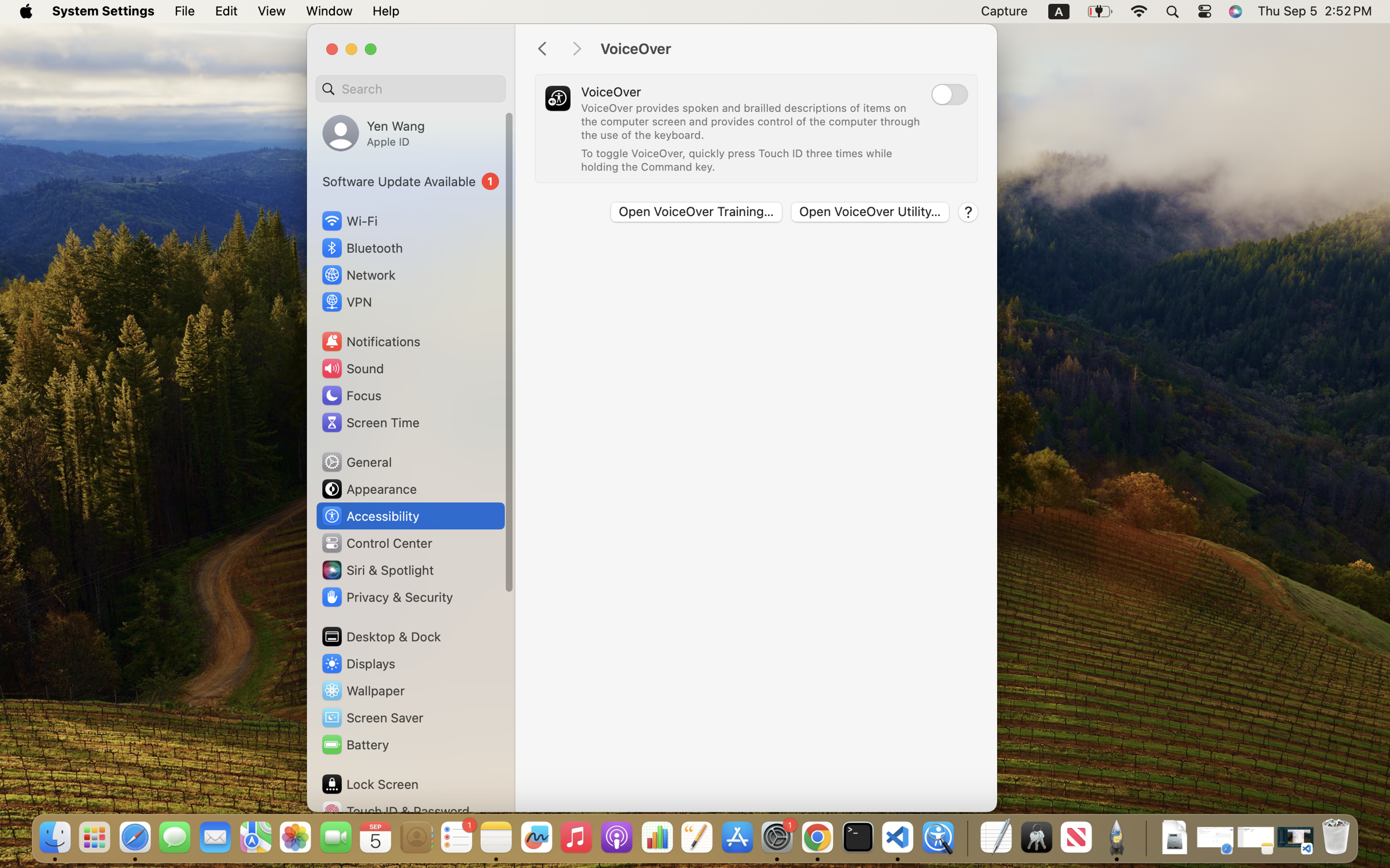  What do you see at coordinates (373, 132) in the screenshot?
I see `'Yen Wang, Apple ID'` at bounding box center [373, 132].